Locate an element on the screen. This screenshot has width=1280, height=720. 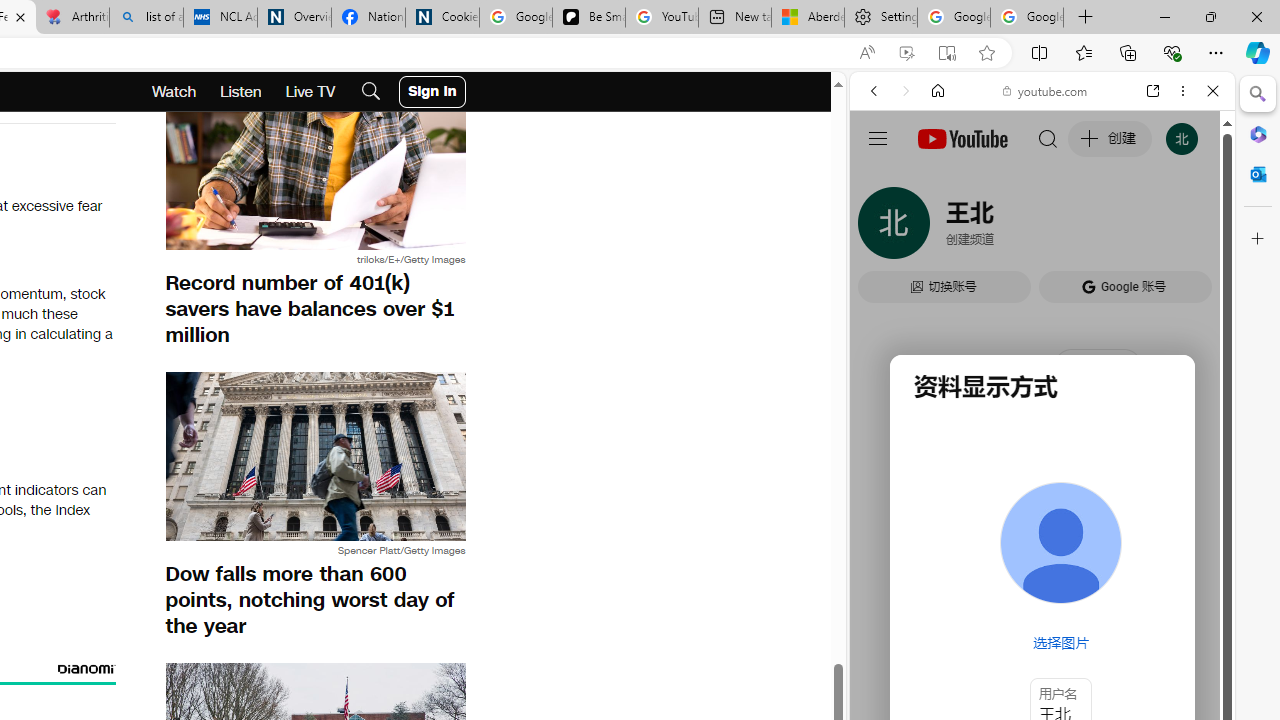
'youtube.com' is located at coordinates (1045, 91).